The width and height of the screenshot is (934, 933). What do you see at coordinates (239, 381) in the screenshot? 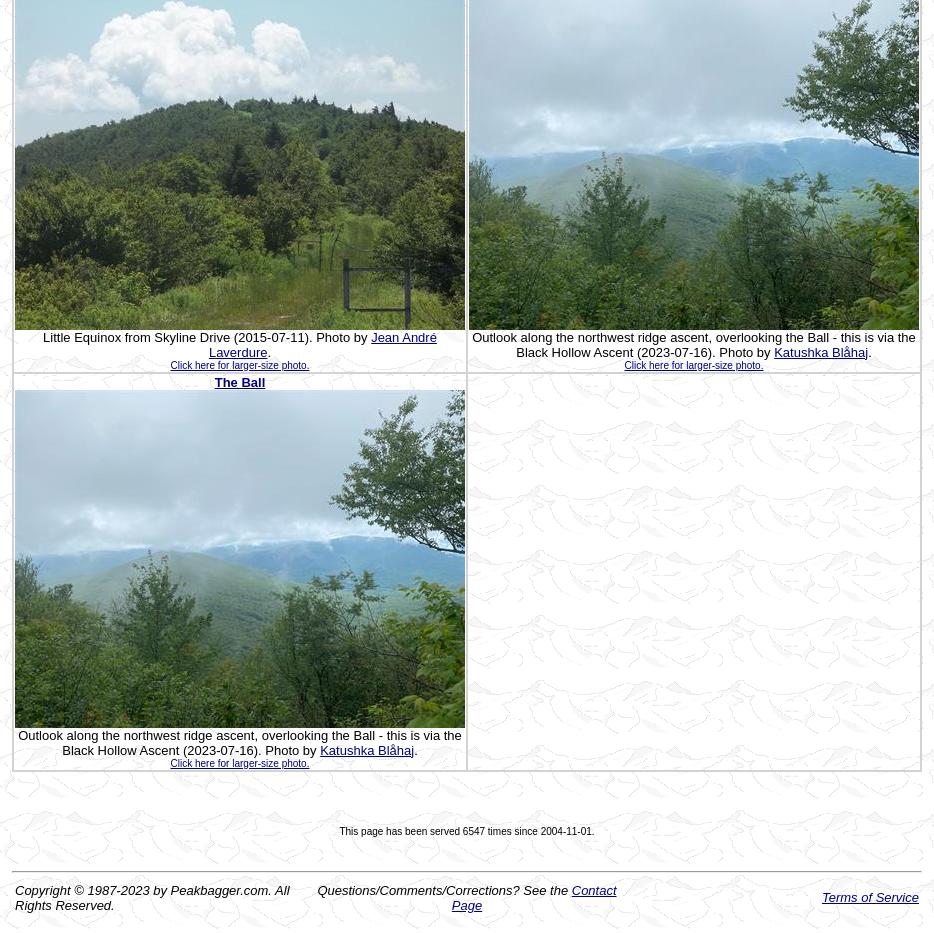
I see `'The Ball'` at bounding box center [239, 381].